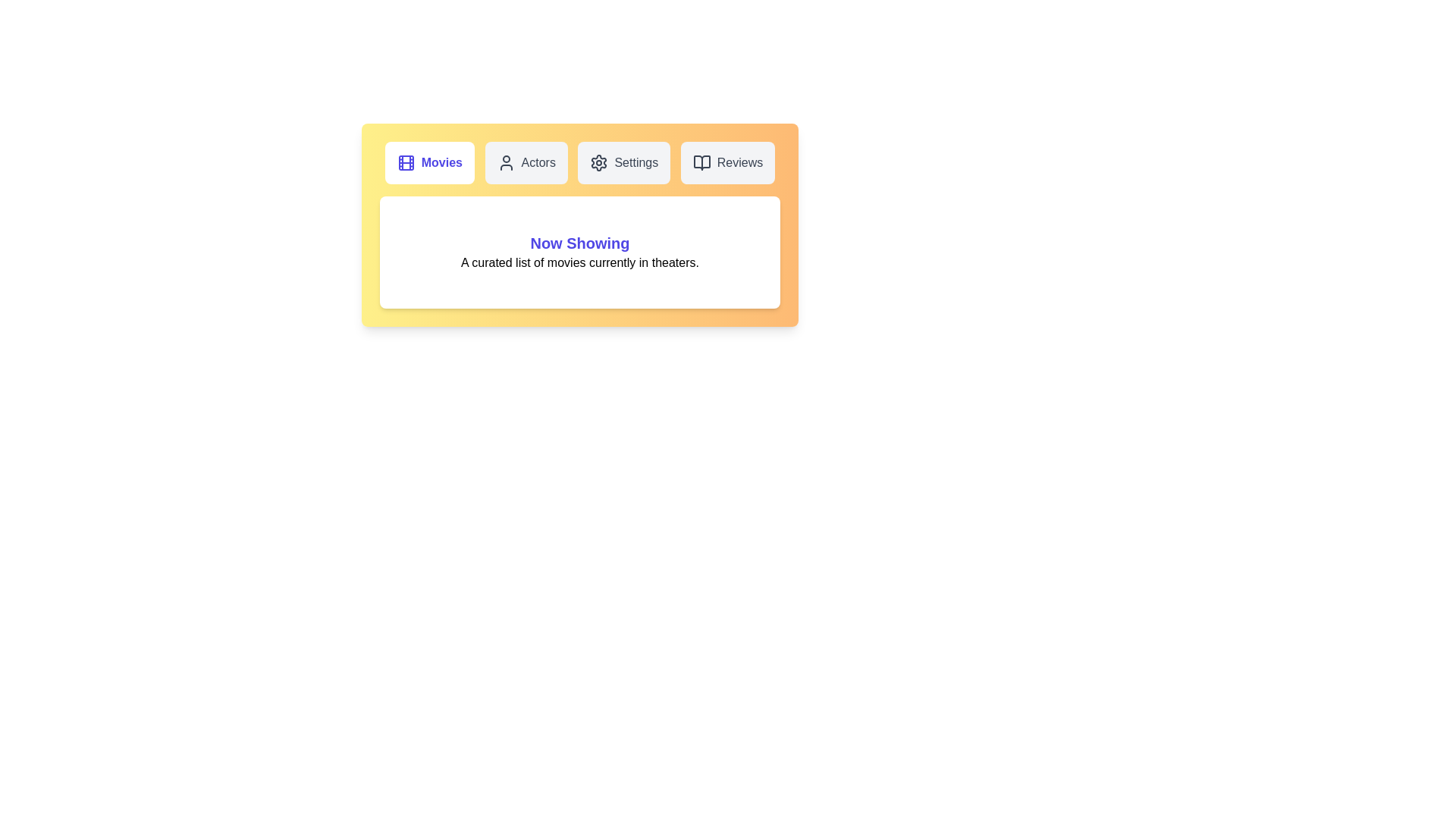  What do you see at coordinates (728, 163) in the screenshot?
I see `the tab labeled Reviews to preview its interaction` at bounding box center [728, 163].